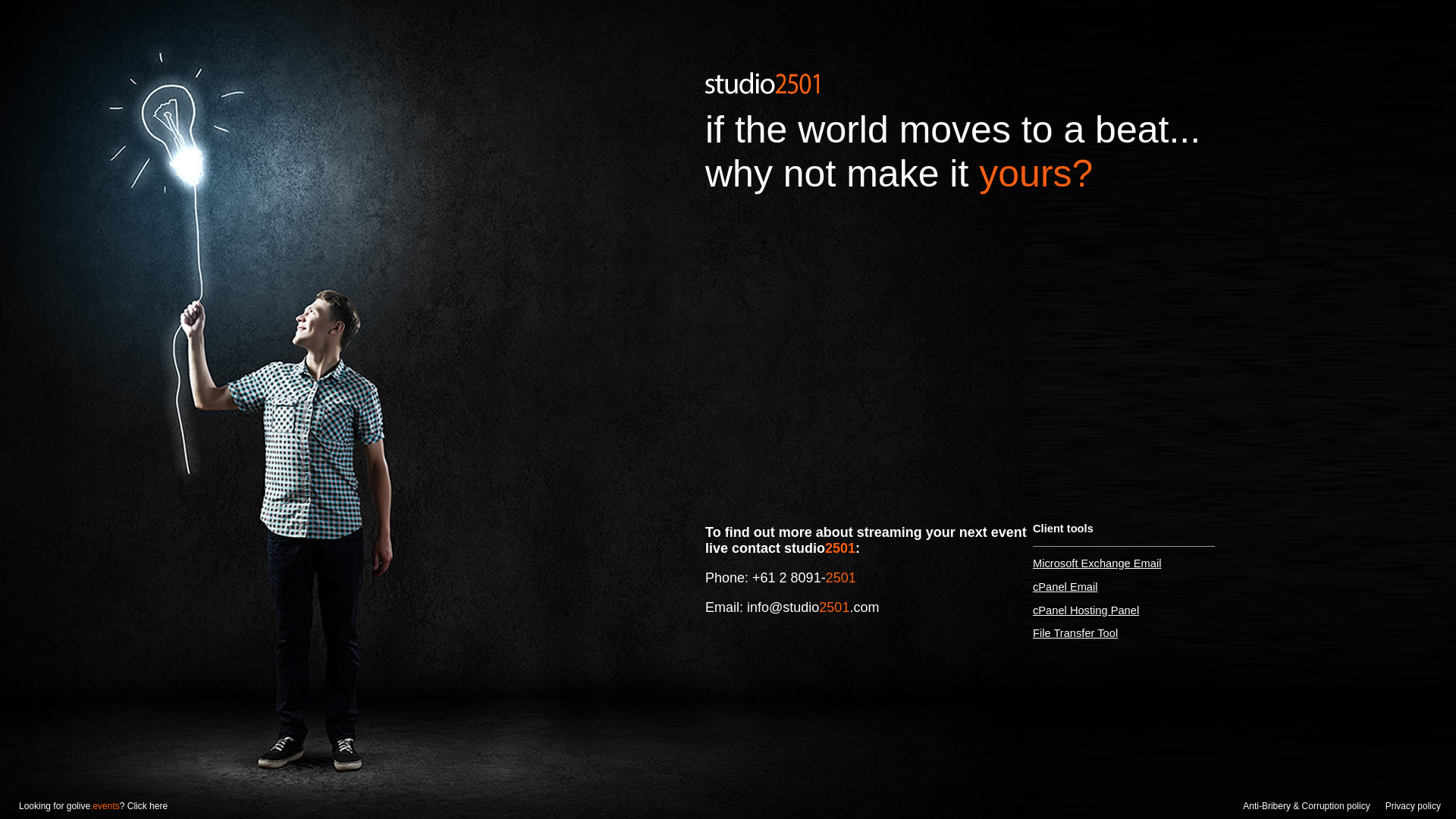  Describe the element at coordinates (1074, 632) in the screenshot. I see `'File Transfer Tool'` at that location.